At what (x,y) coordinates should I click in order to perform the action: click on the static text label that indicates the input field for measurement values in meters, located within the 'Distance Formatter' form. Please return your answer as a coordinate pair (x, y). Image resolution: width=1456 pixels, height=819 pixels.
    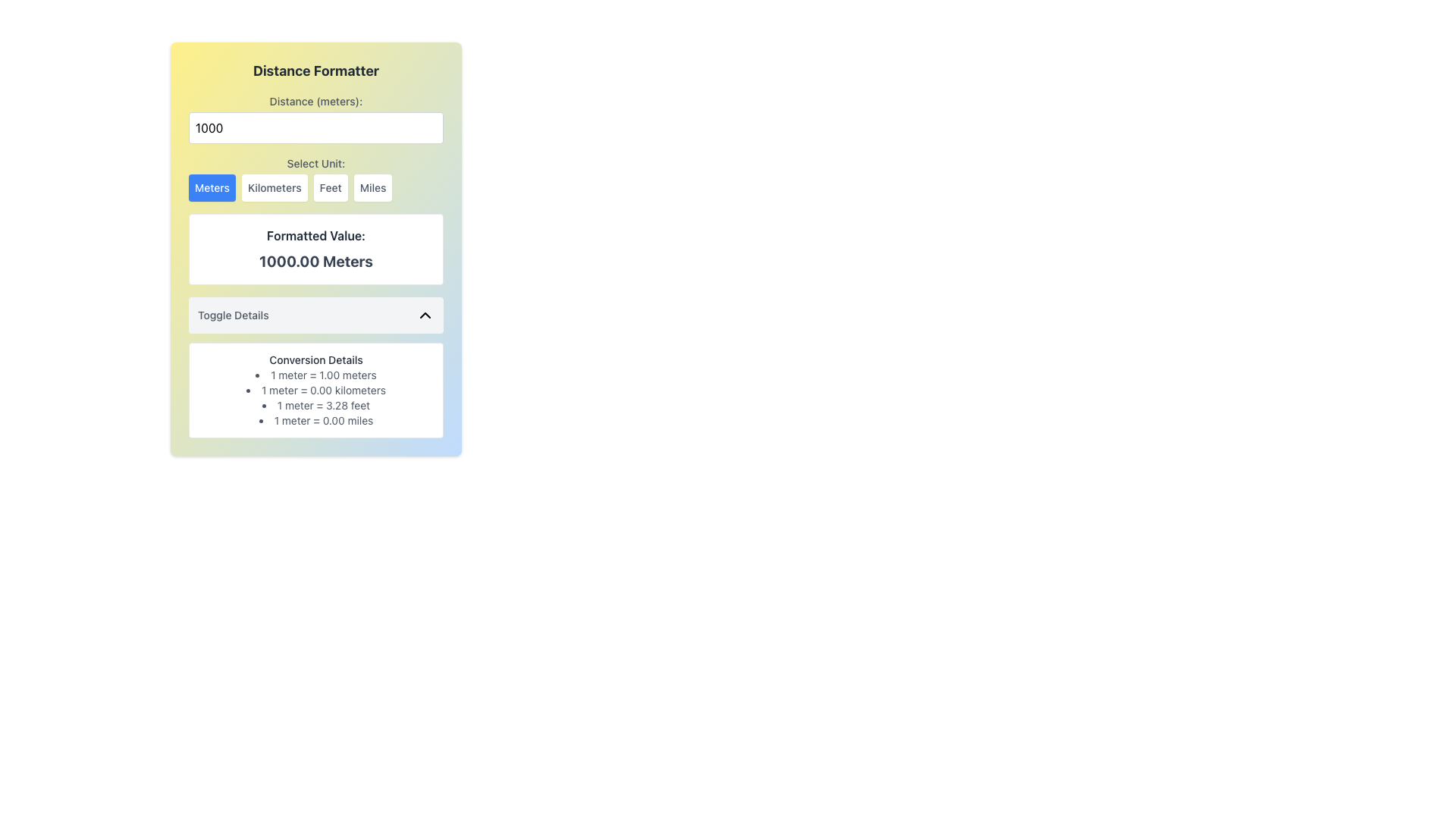
    Looking at the image, I should click on (315, 102).